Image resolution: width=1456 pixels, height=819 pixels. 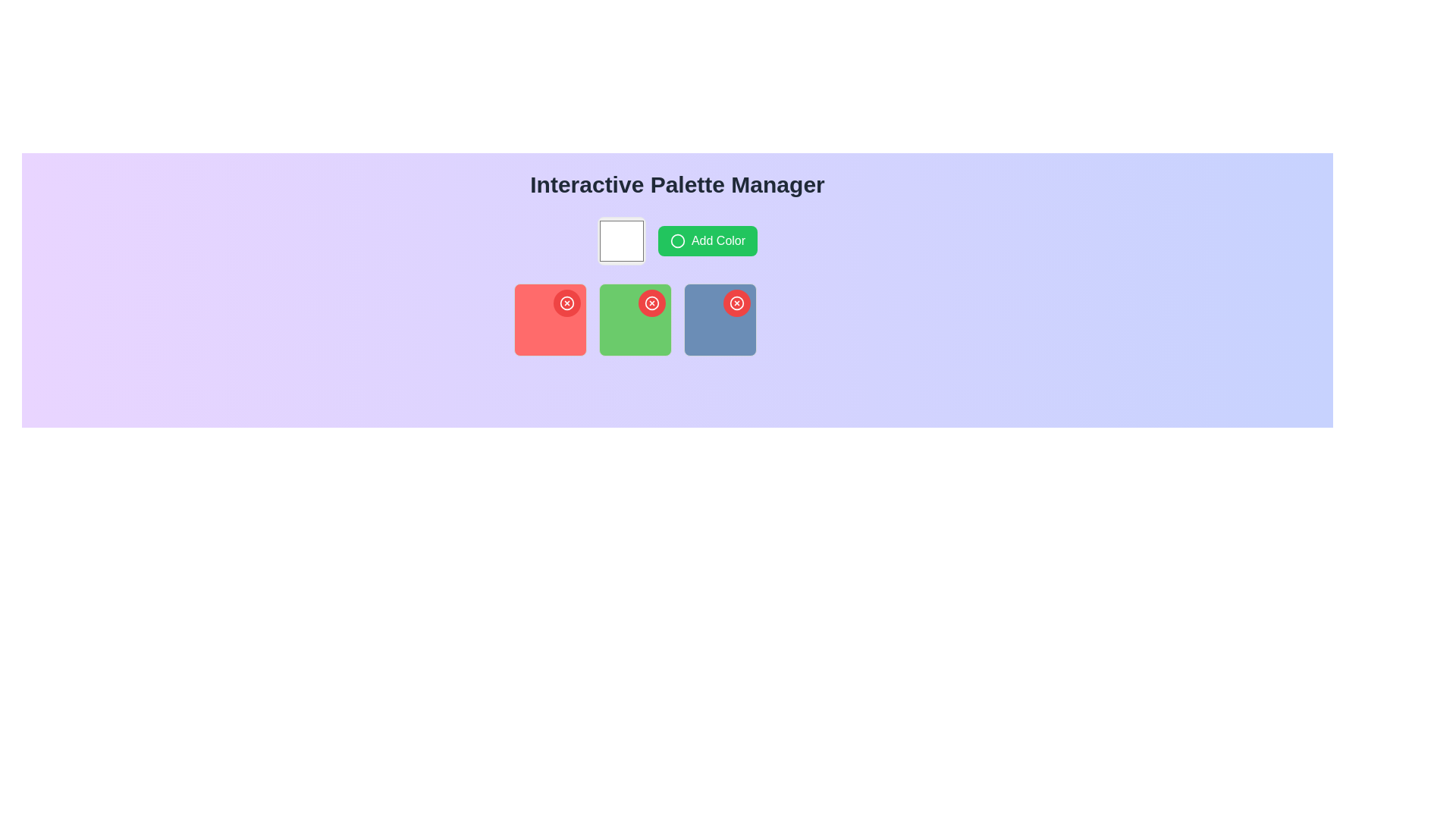 I want to click on the icon button located in the top-right corner of the blue square block, so click(x=736, y=303).